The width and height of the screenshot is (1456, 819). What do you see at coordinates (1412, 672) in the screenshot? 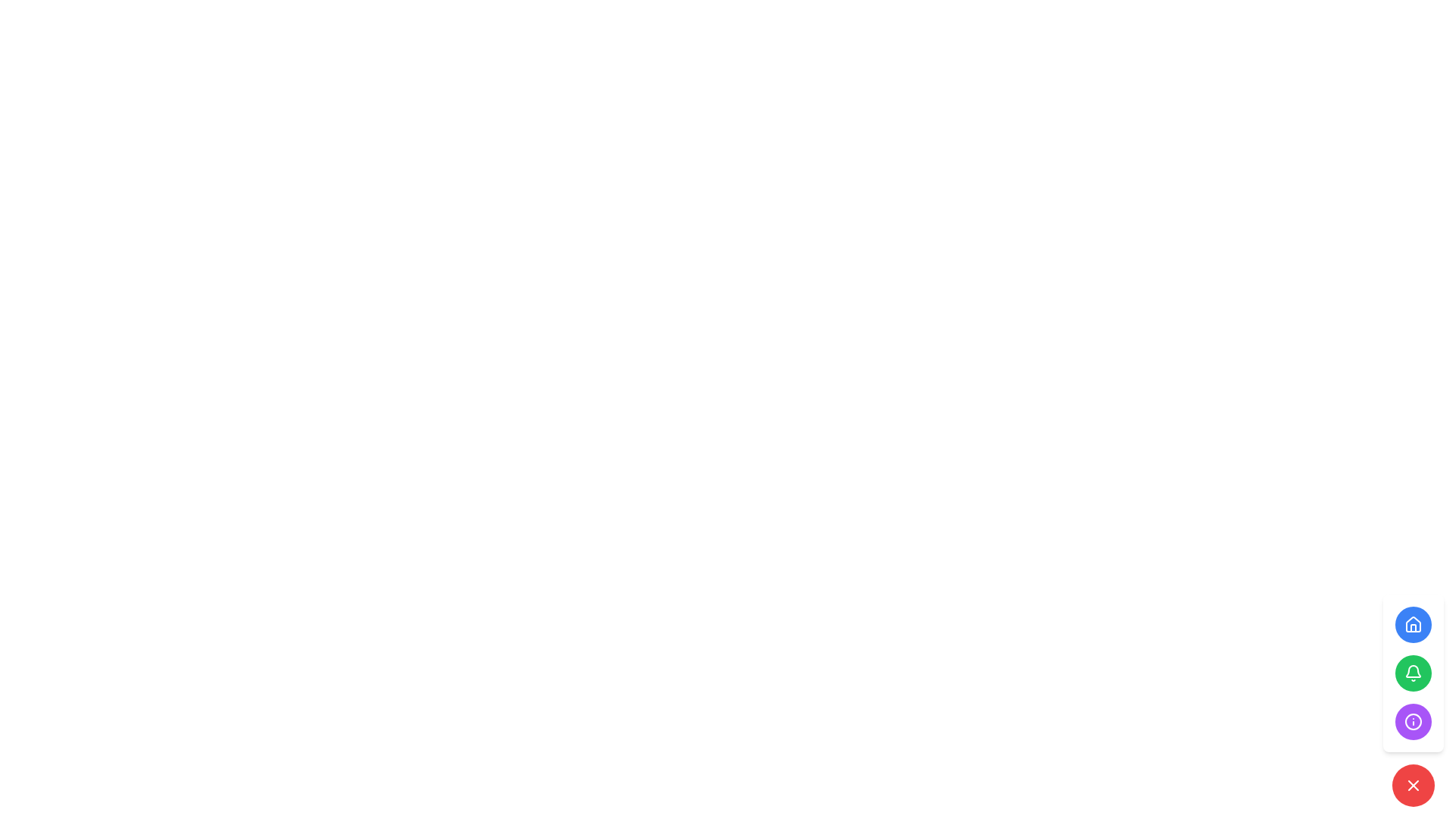
I see `the green bell icon button located at the bottom-right corner of the interface` at bounding box center [1412, 672].